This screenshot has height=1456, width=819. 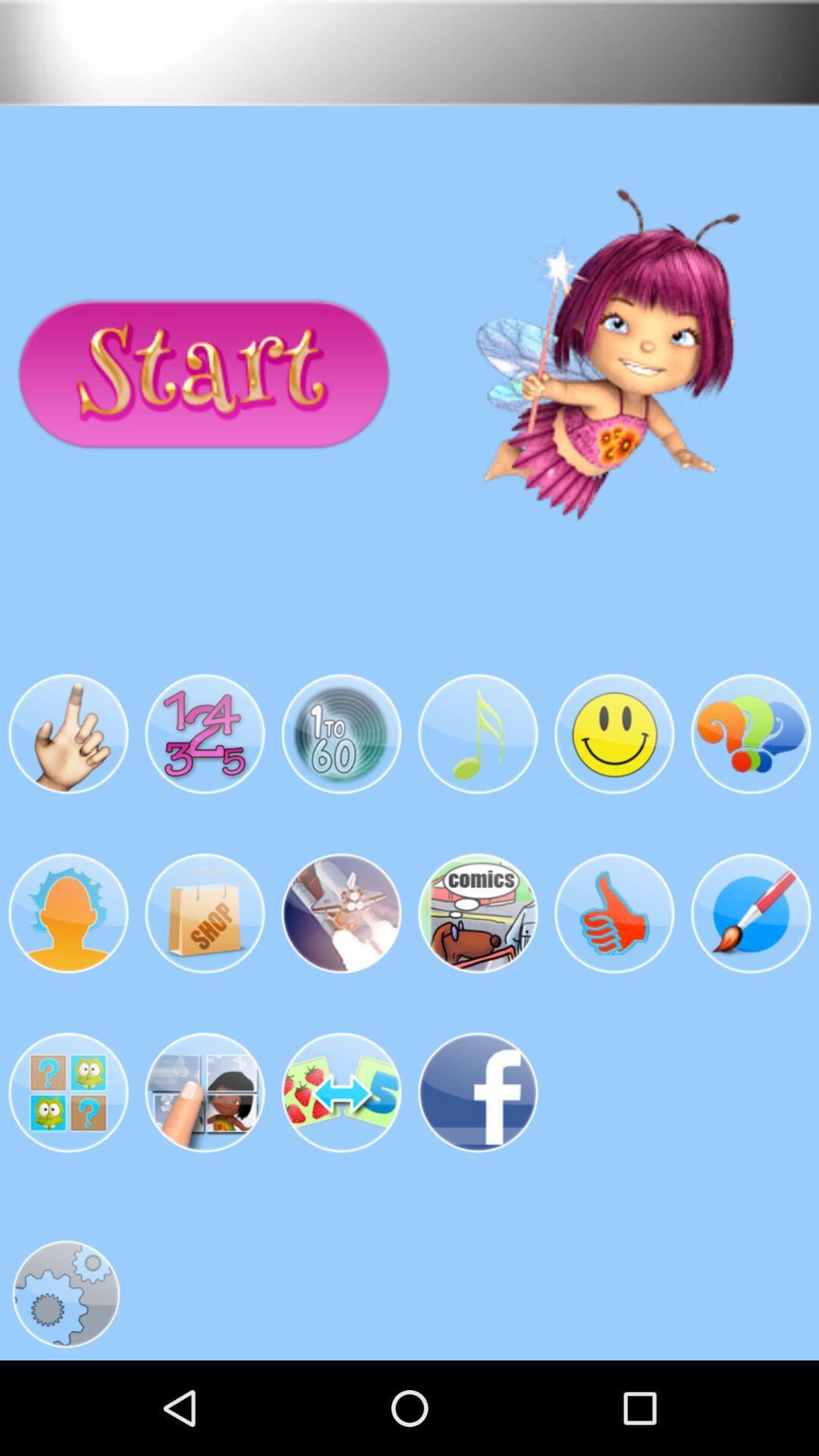 What do you see at coordinates (341, 1169) in the screenshot?
I see `the emoji icon` at bounding box center [341, 1169].